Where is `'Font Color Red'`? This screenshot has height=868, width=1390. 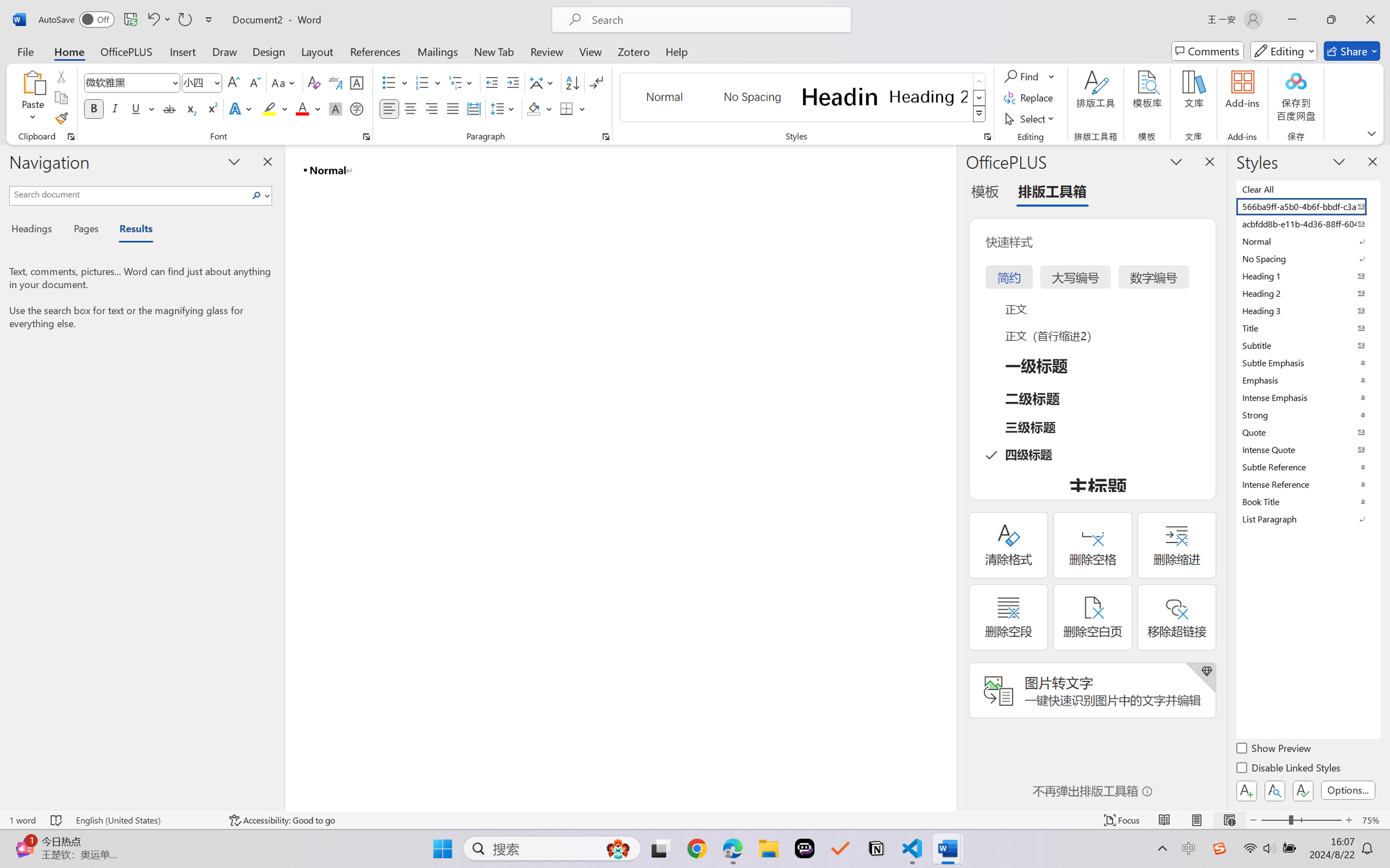
'Font Color Red' is located at coordinates (303, 108).